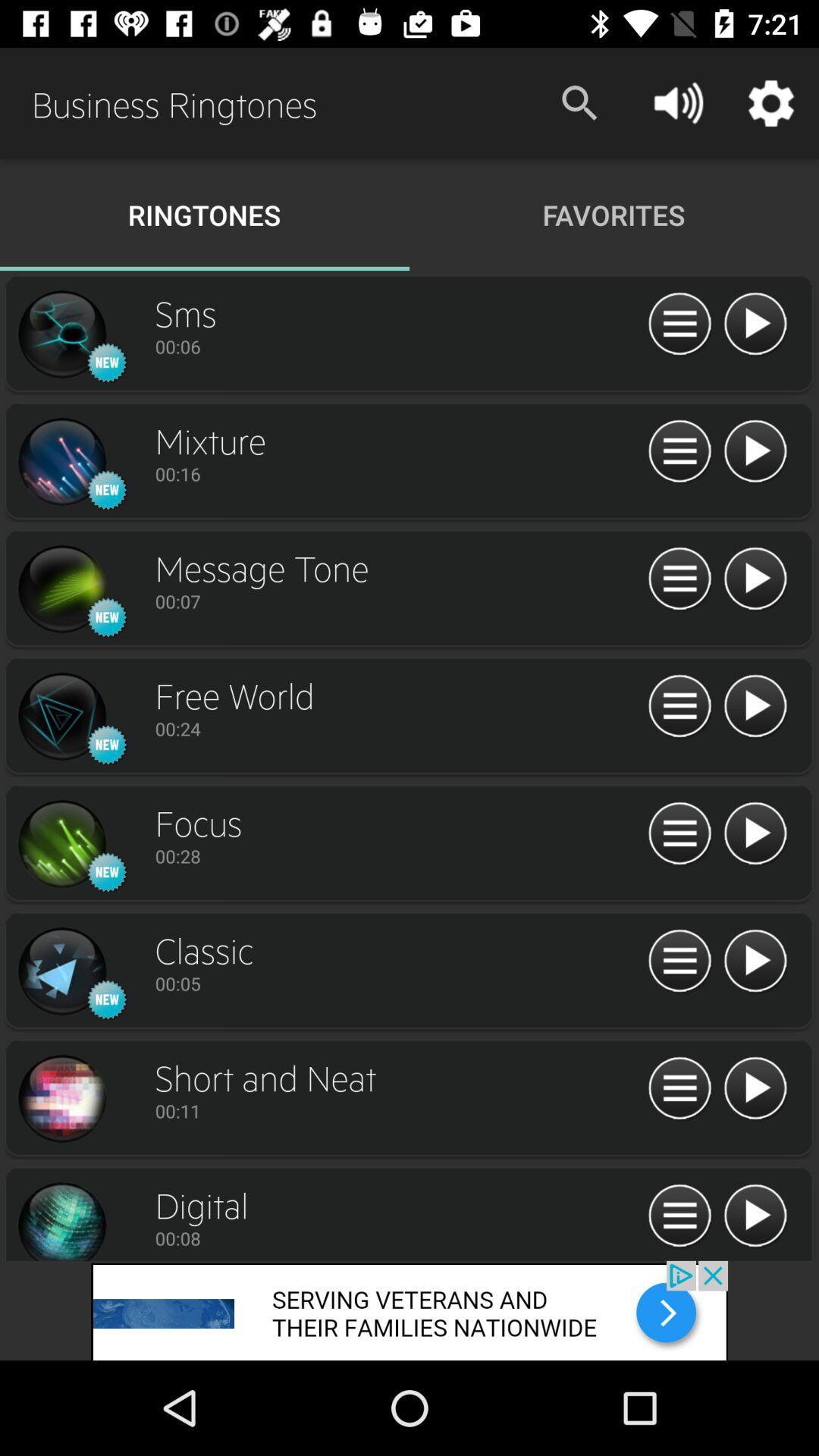  What do you see at coordinates (679, 451) in the screenshot?
I see `menu option` at bounding box center [679, 451].